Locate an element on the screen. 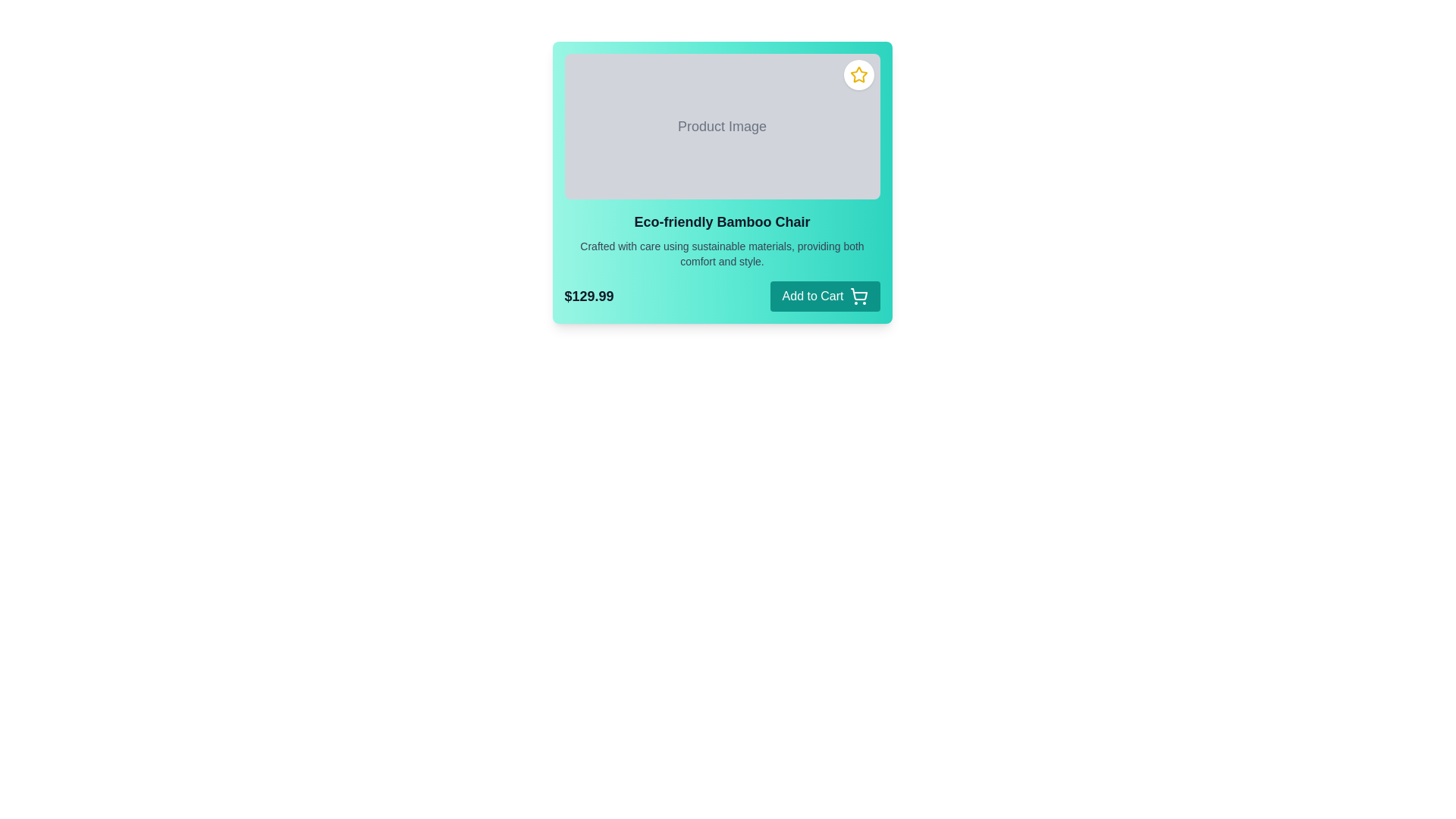 Image resolution: width=1456 pixels, height=819 pixels. the shopping cart icon embedded within the 'Add to Cart' button is located at coordinates (858, 294).